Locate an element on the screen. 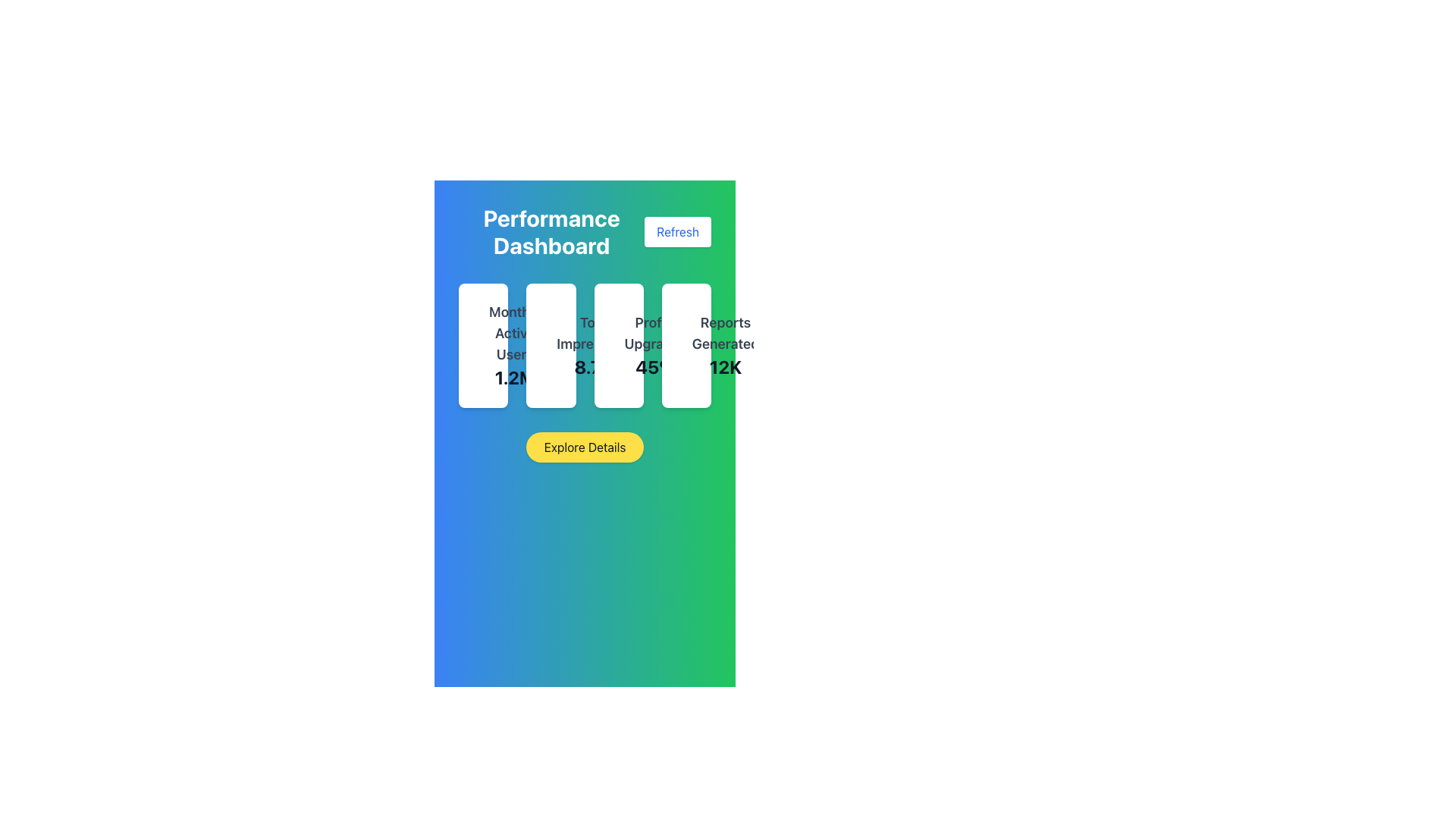 Image resolution: width=1456 pixels, height=819 pixels. metric information displayed in the text label of the first card component, which shows 'Monthly Active Users 1.2M' is located at coordinates (515, 345).